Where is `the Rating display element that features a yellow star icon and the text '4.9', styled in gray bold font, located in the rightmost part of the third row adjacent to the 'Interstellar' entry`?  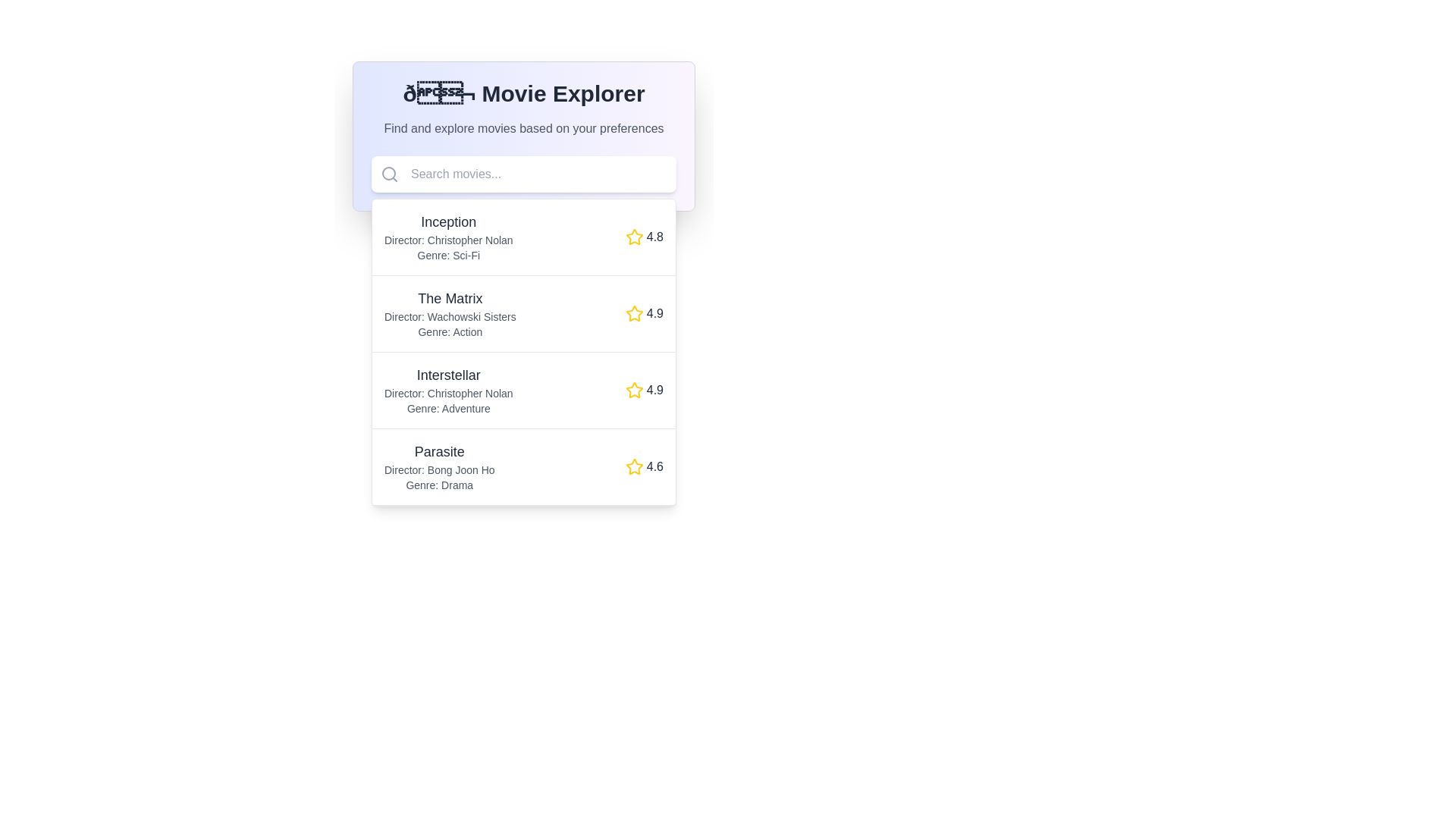 the Rating display element that features a yellow star icon and the text '4.9', styled in gray bold font, located in the rightmost part of the third row adjacent to the 'Interstellar' entry is located at coordinates (644, 390).